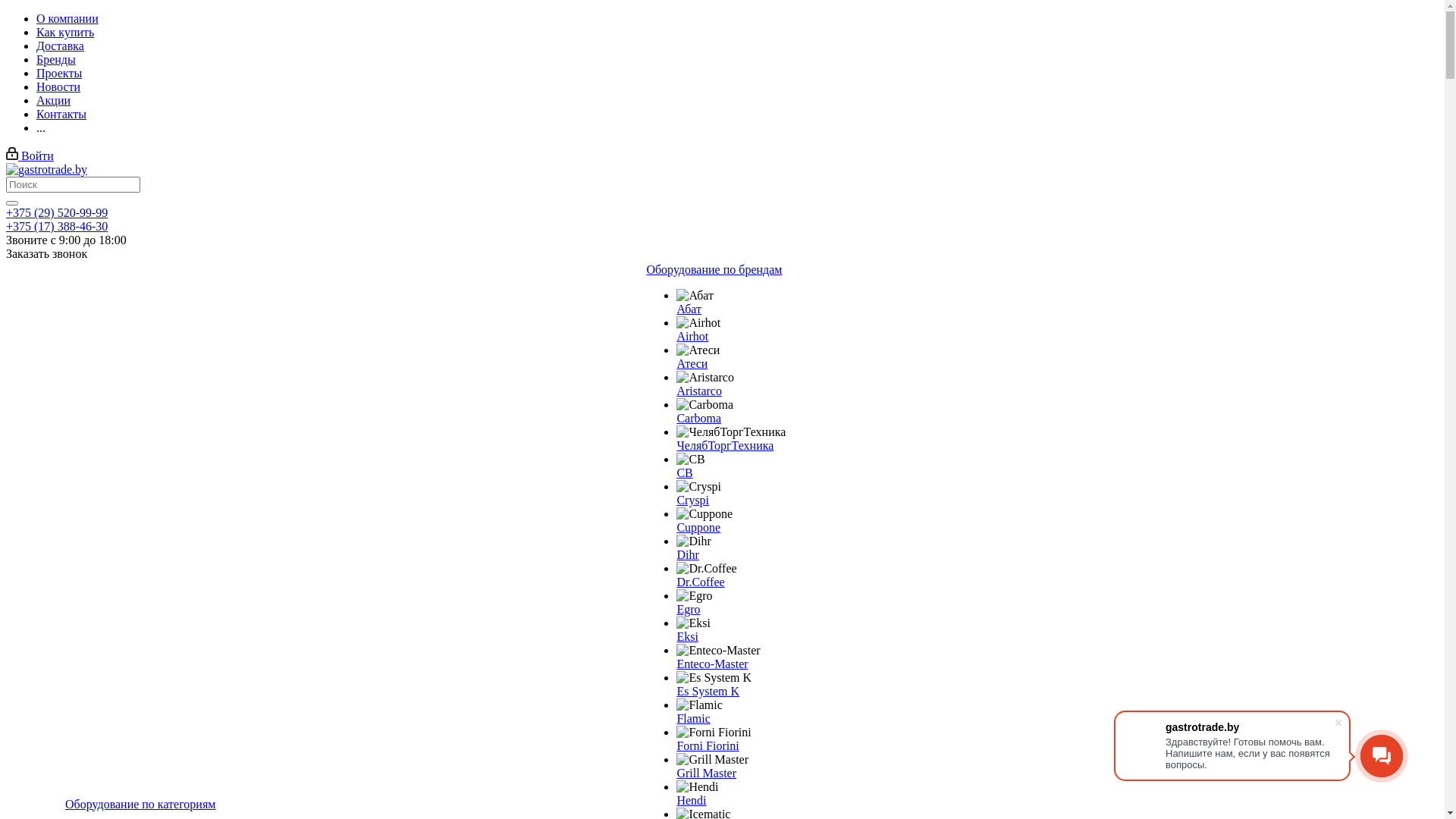 Image resolution: width=1456 pixels, height=819 pixels. I want to click on 'Grill Master', so click(711, 760).